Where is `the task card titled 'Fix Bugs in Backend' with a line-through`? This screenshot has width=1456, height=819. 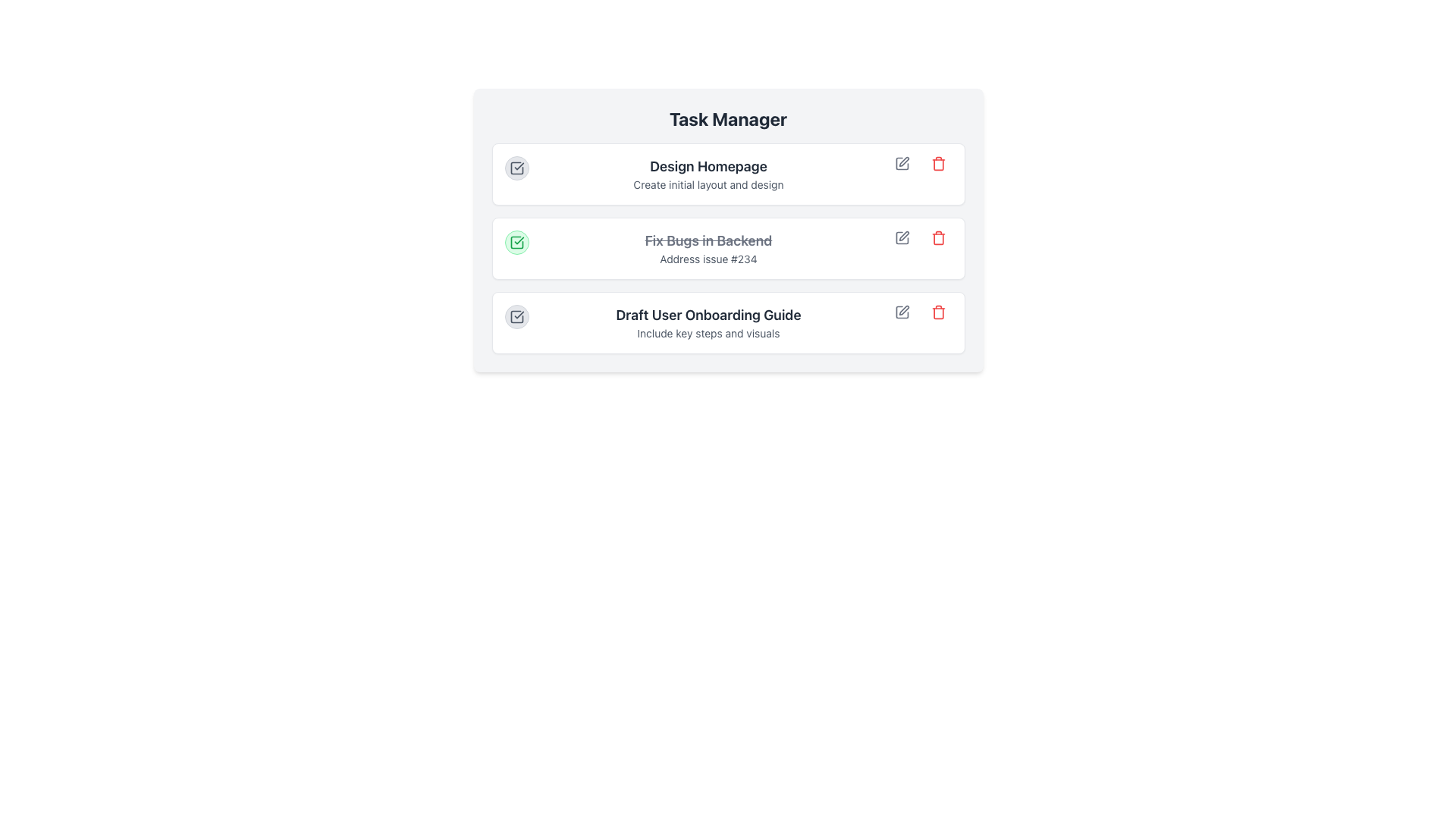
the task card titled 'Fix Bugs in Backend' with a line-through is located at coordinates (728, 247).